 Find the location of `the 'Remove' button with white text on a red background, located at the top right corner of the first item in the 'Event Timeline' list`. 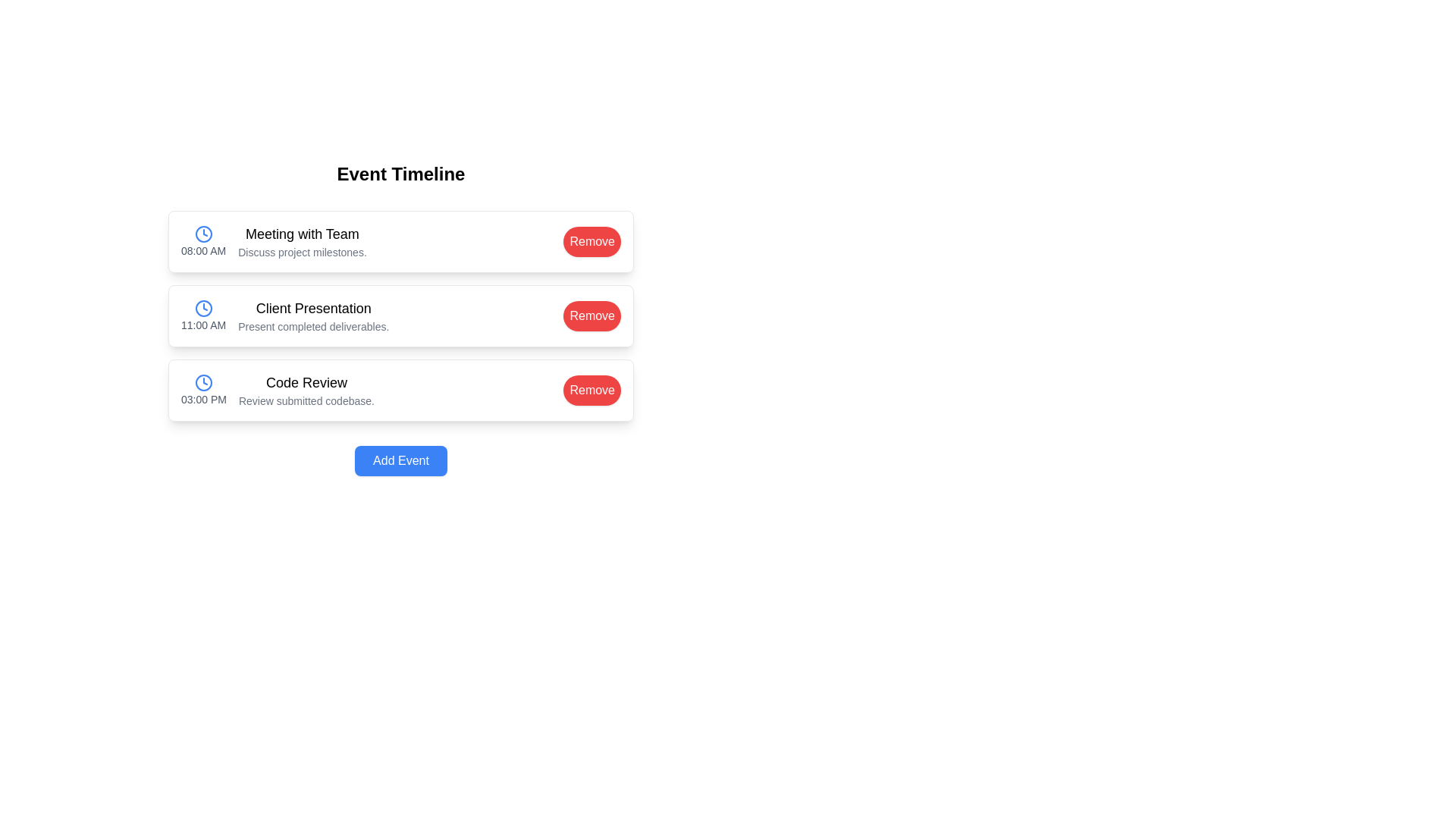

the 'Remove' button with white text on a red background, located at the top right corner of the first item in the 'Event Timeline' list is located at coordinates (591, 240).